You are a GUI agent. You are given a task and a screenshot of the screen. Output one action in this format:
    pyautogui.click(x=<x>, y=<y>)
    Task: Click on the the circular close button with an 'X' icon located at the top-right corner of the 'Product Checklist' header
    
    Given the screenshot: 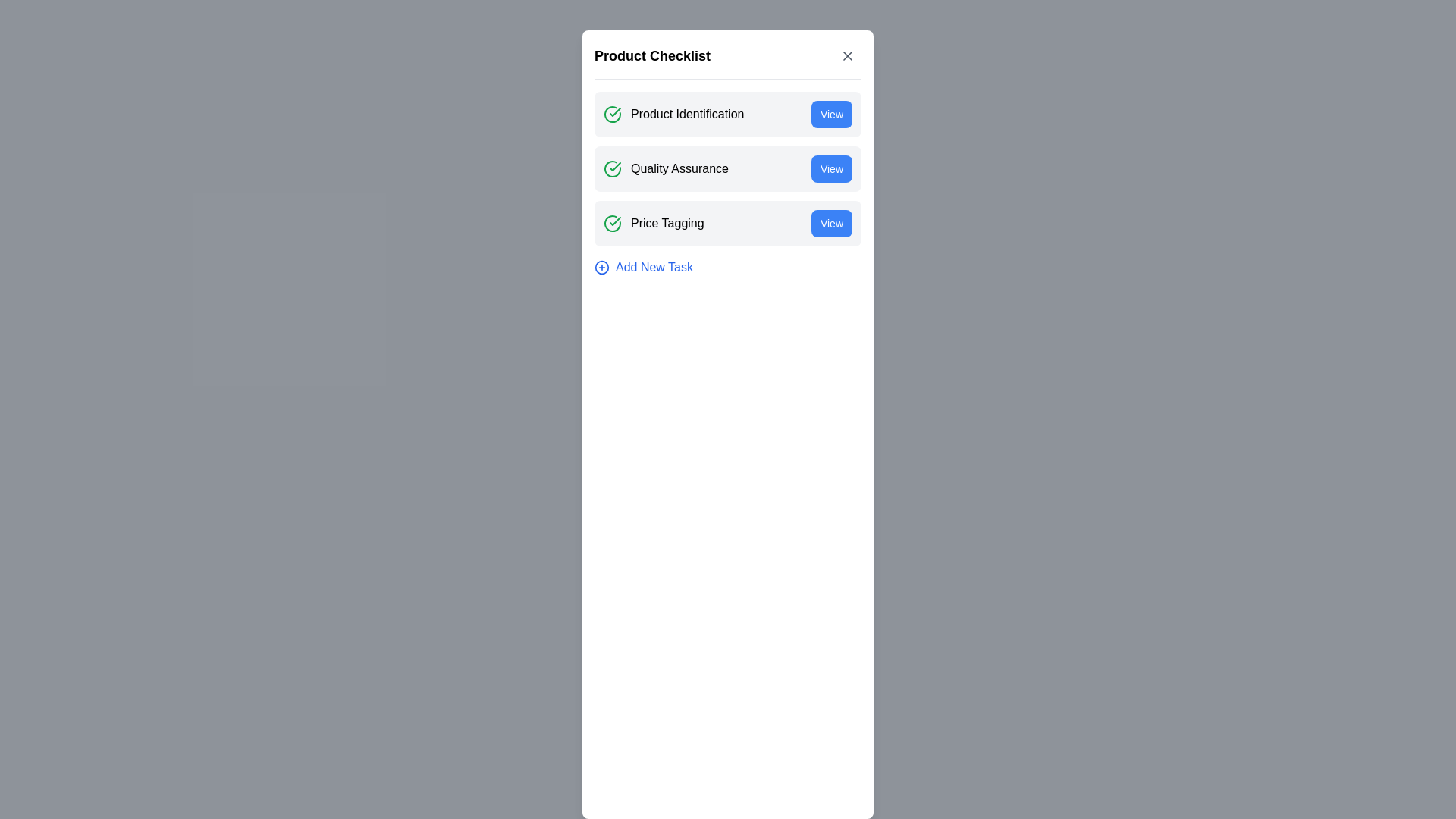 What is the action you would take?
    pyautogui.click(x=847, y=55)
    